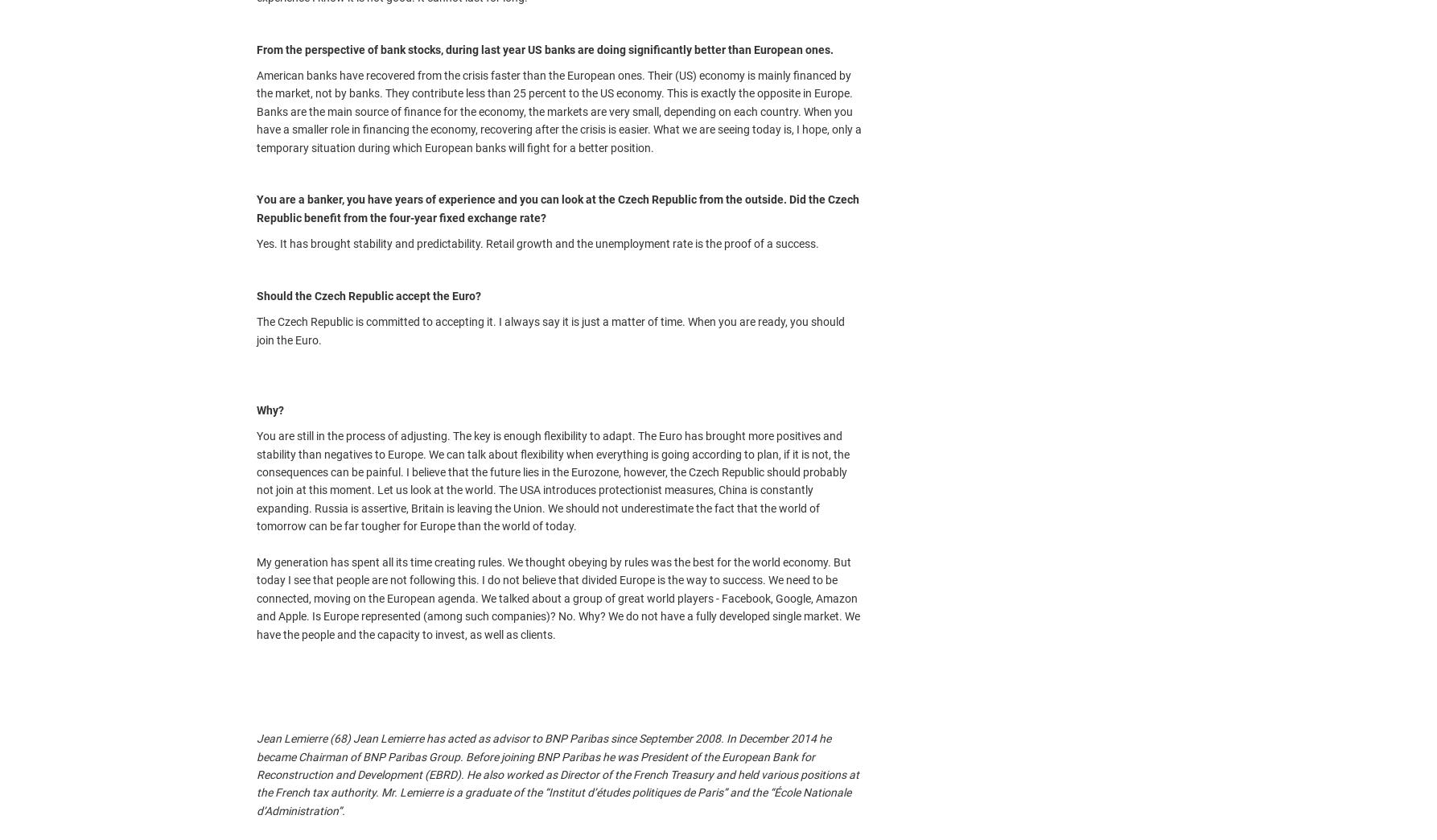  Describe the element at coordinates (538, 242) in the screenshot. I see `'Yes. It has brought stability and predictability. Retail growth and the unemployment rate is the proof of a success.'` at that location.